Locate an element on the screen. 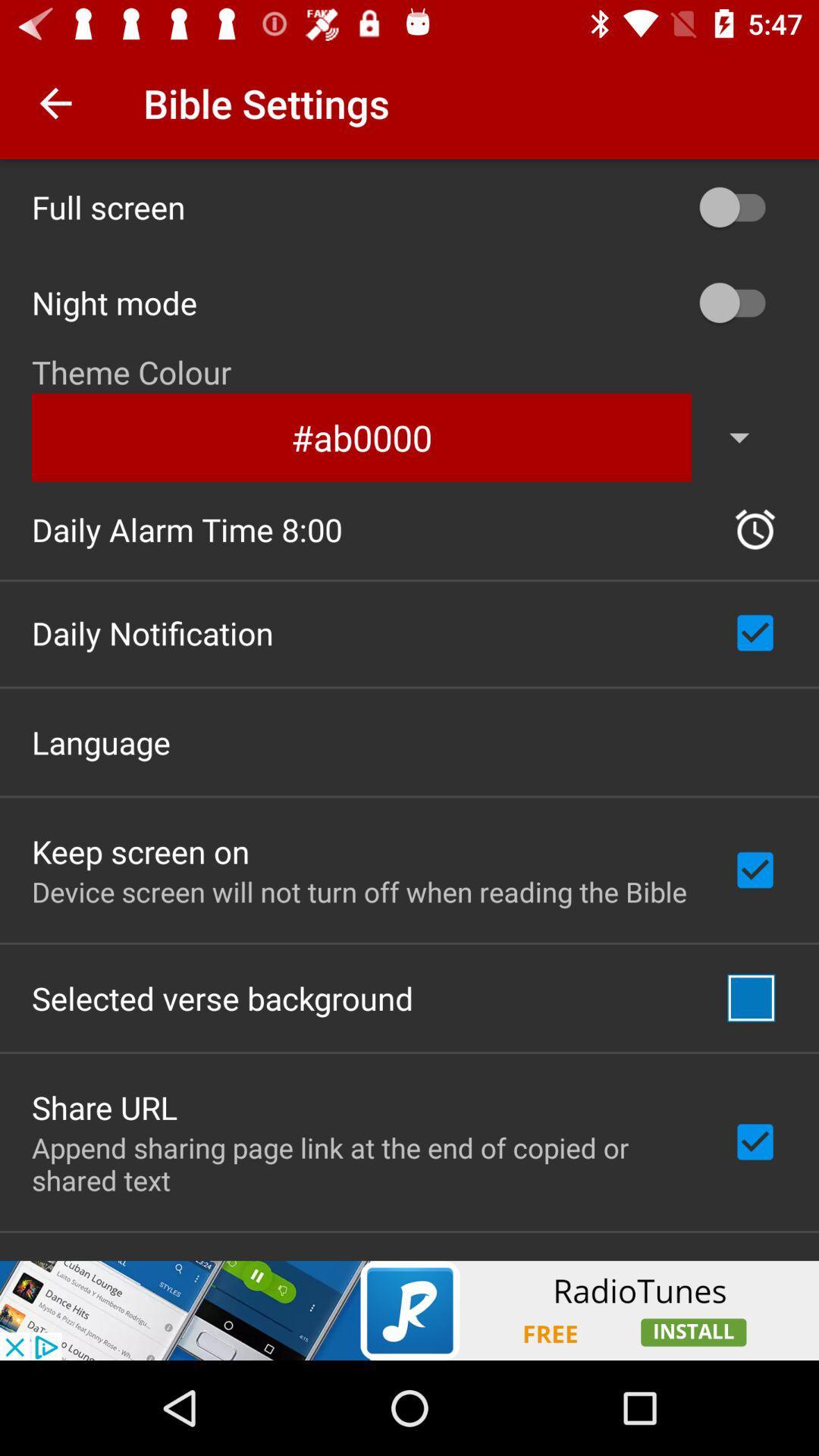 The height and width of the screenshot is (1456, 819). on/off daily alarm is located at coordinates (755, 529).